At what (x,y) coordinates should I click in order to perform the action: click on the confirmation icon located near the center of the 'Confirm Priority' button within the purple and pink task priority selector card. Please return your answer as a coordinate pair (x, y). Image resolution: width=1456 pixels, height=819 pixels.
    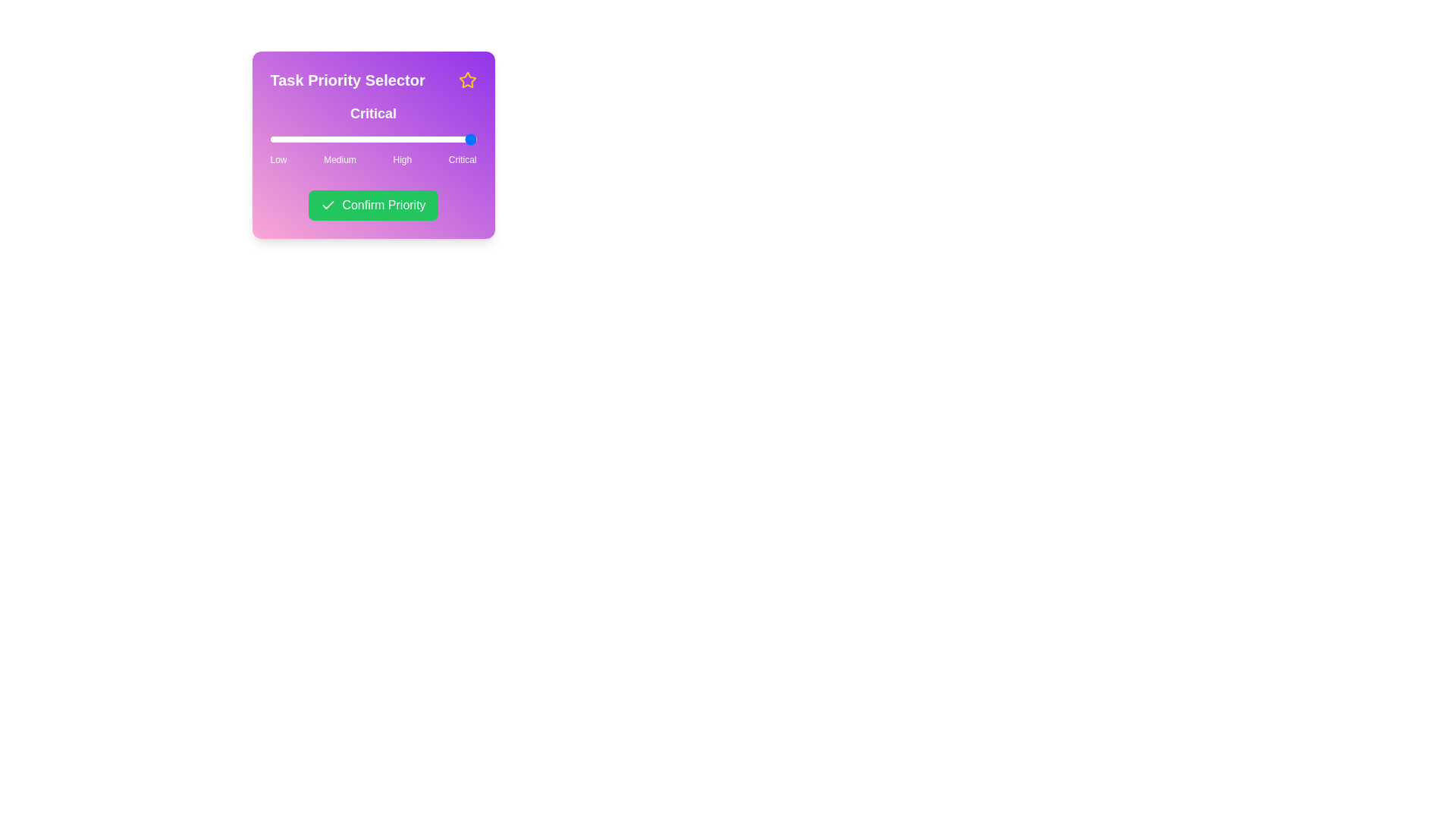
    Looking at the image, I should click on (328, 205).